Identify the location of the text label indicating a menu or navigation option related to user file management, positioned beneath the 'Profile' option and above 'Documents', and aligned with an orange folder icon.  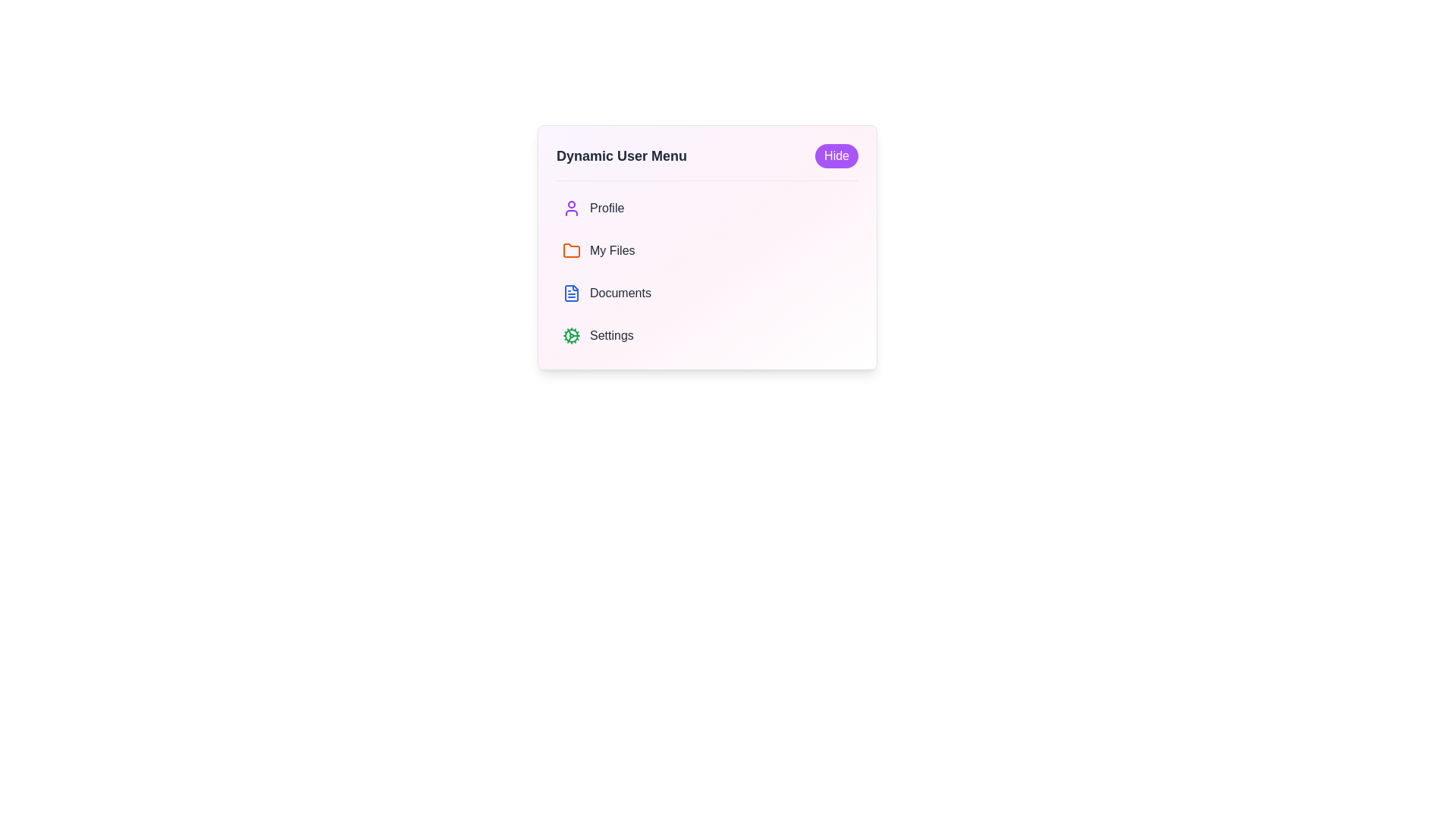
(612, 250).